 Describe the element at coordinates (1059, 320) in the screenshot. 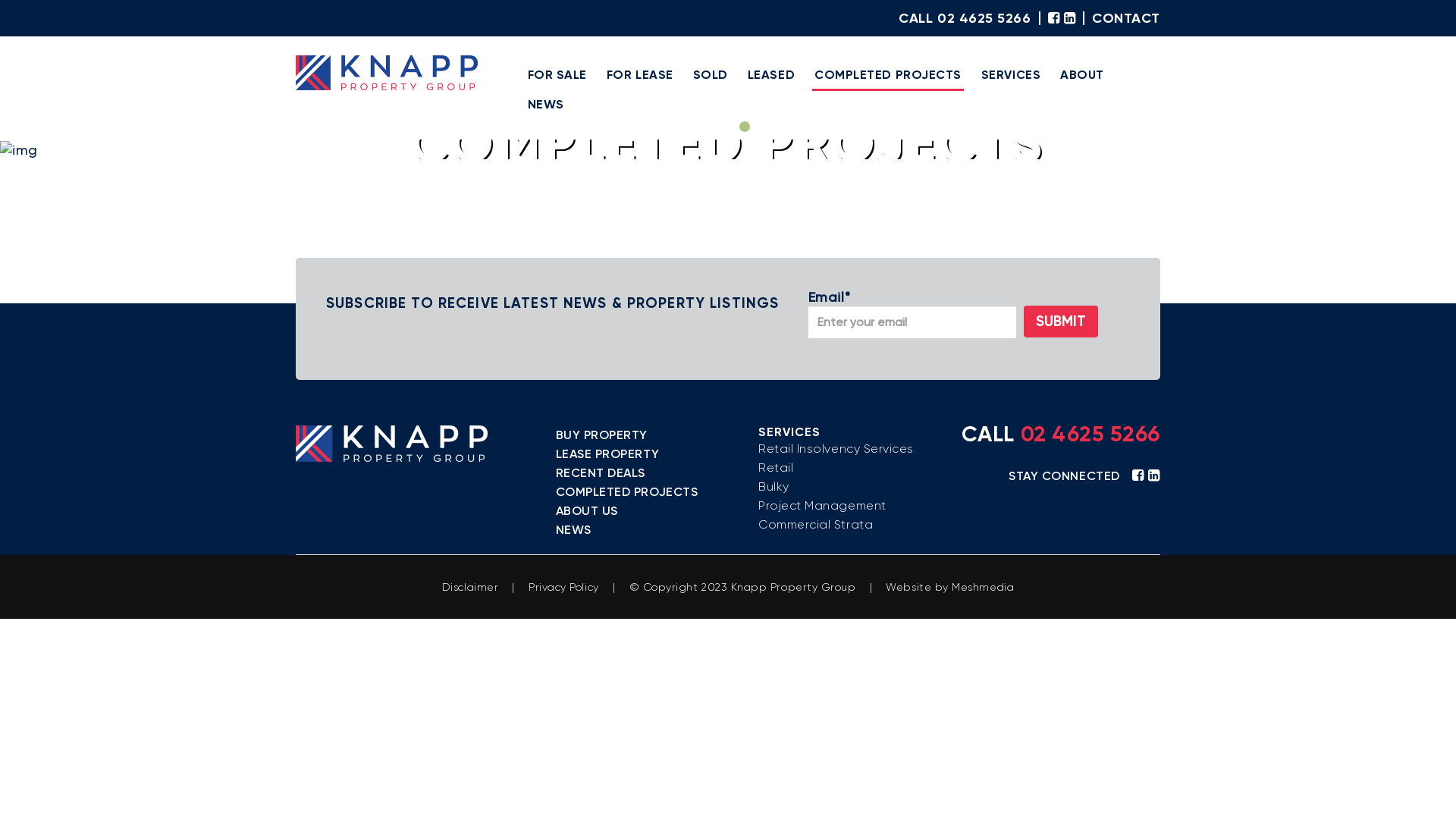

I see `'SUBMIT'` at that location.